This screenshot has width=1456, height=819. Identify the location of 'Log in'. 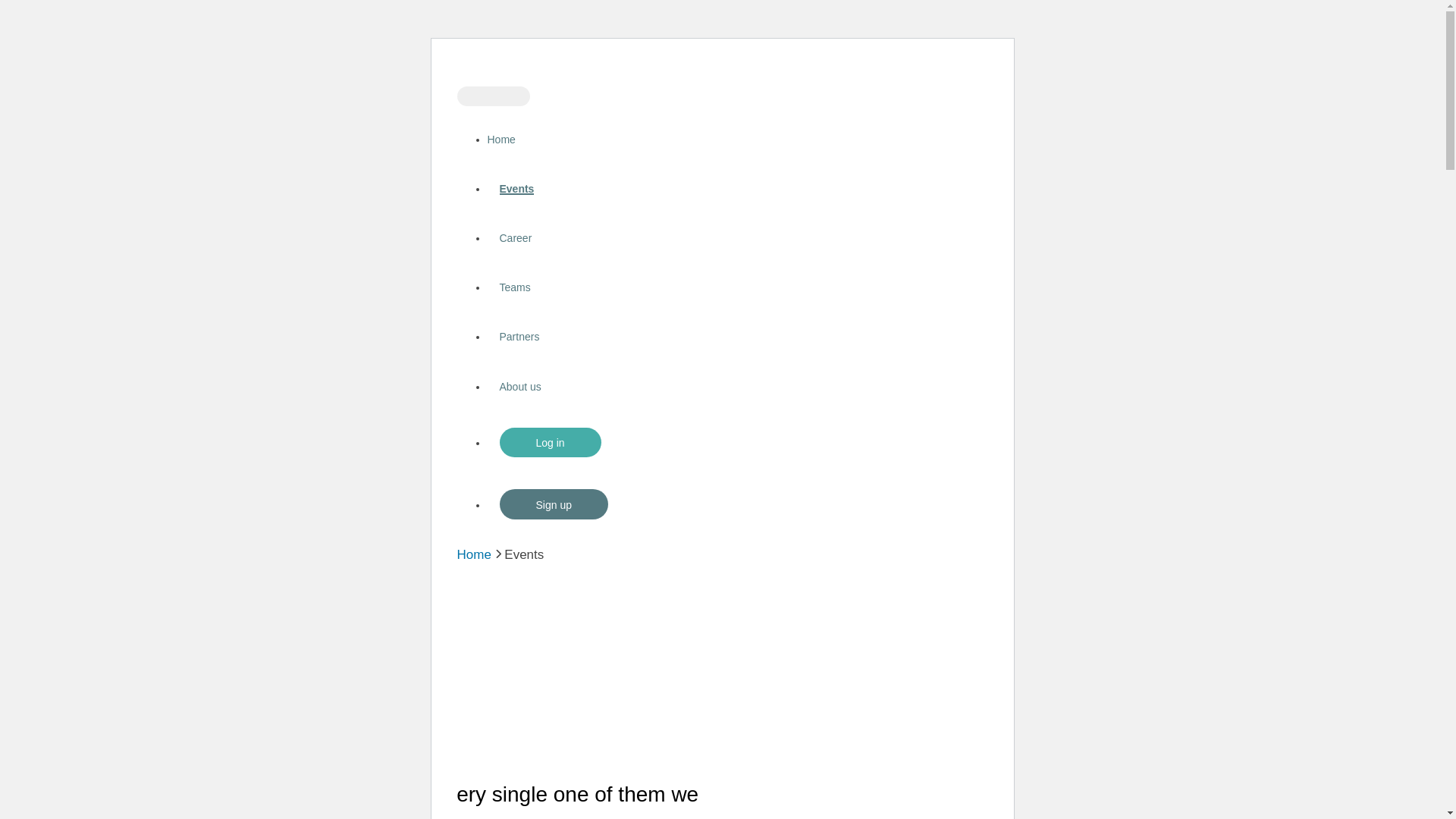
(548, 442).